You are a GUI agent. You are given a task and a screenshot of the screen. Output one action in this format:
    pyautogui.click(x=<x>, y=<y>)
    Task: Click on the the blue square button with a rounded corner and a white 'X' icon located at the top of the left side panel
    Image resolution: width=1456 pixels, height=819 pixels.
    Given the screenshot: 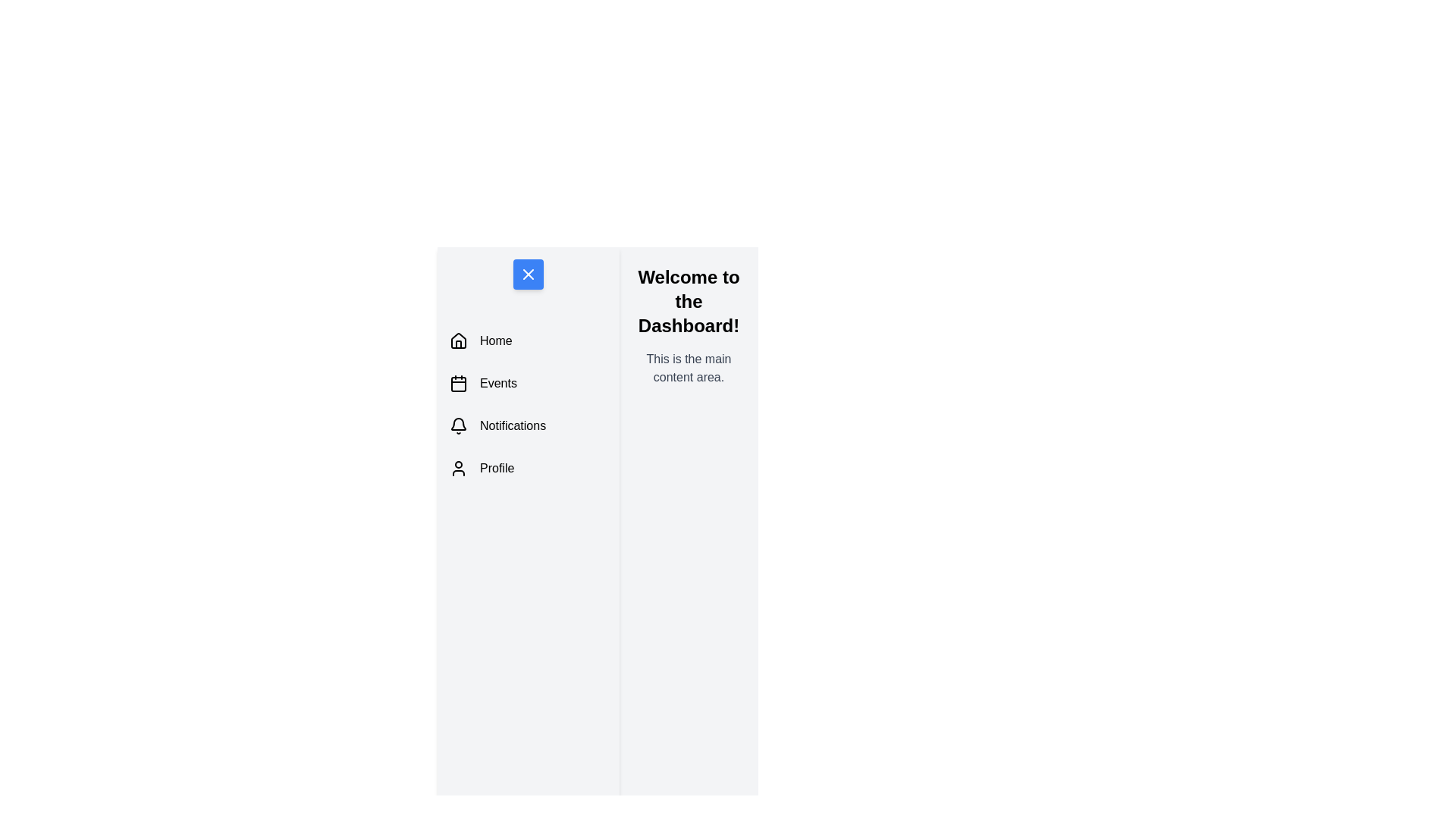 What is the action you would take?
    pyautogui.click(x=528, y=275)
    